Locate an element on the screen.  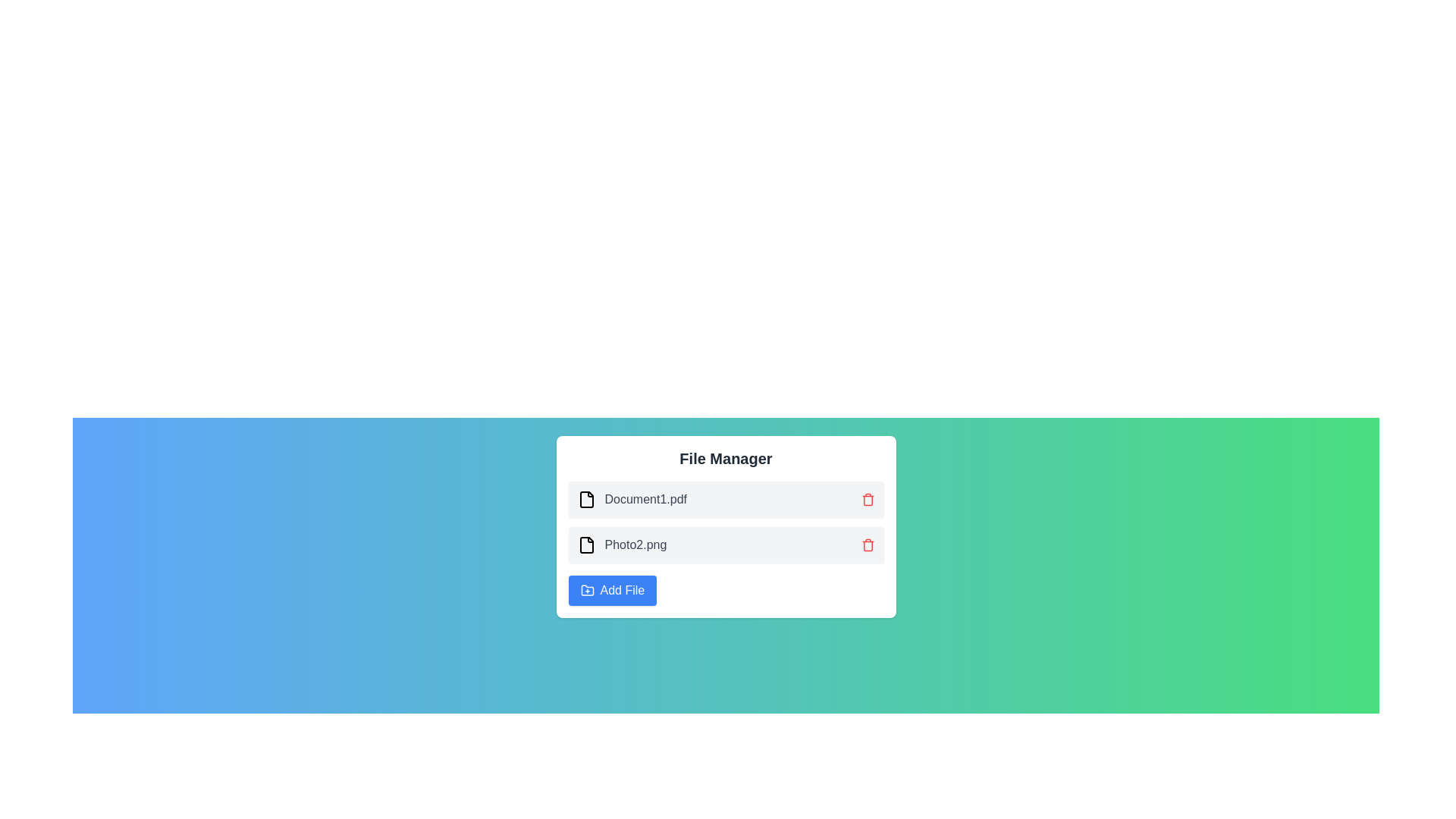
the text label with an icon representing a file entry, located below 'Document1.pdf' and above the 'Add File' button is located at coordinates (622, 544).